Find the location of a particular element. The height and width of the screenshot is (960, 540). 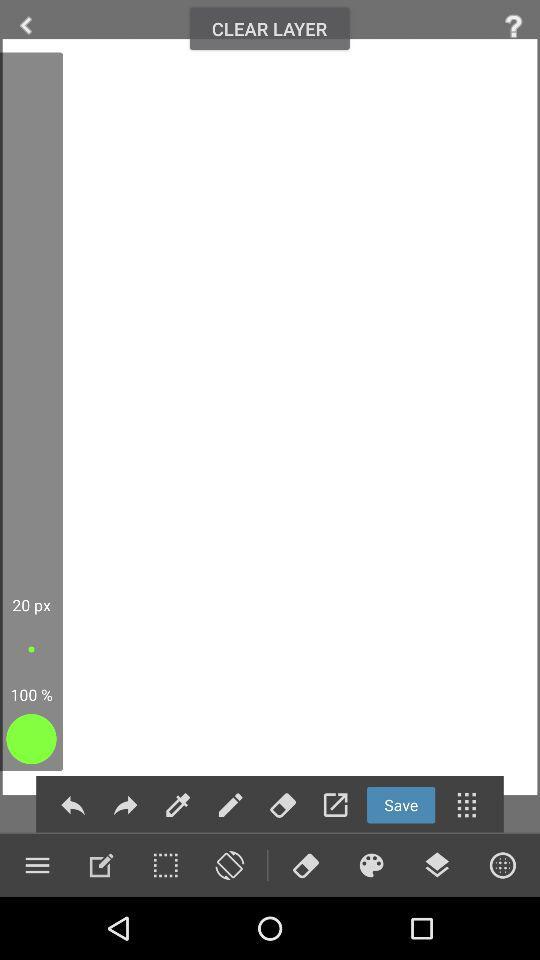

use layers is located at coordinates (436, 864).